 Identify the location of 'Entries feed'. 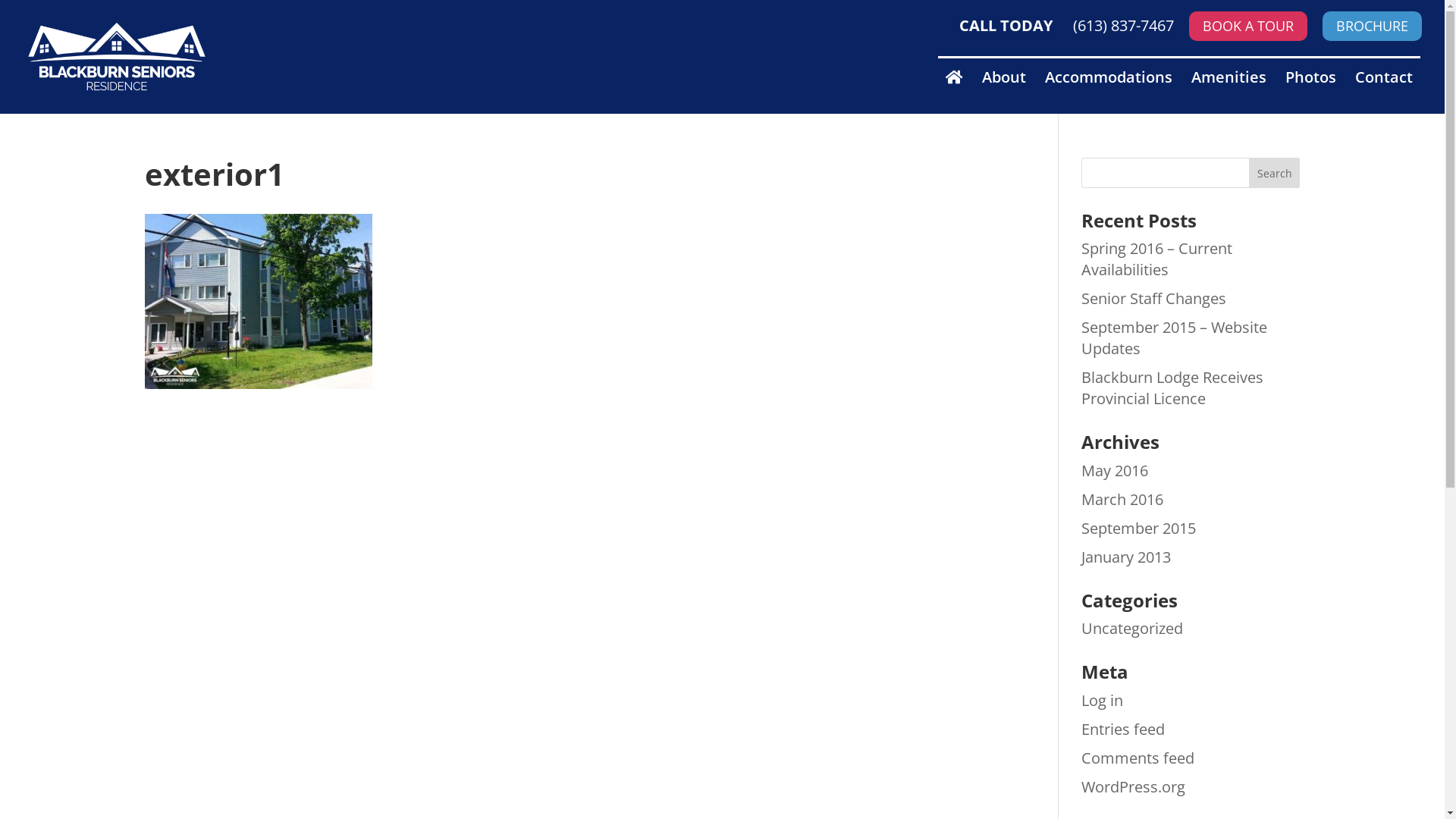
(1123, 728).